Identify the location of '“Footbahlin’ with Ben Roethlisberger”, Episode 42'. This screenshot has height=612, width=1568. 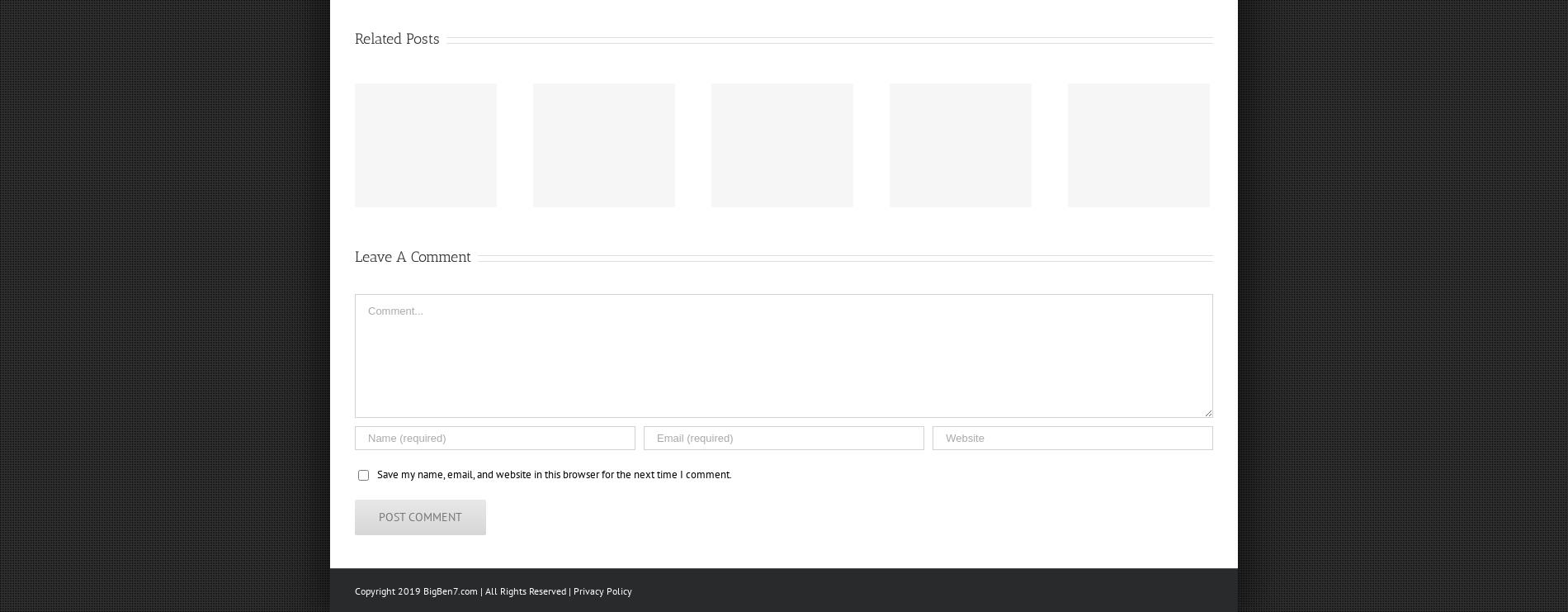
(995, 162).